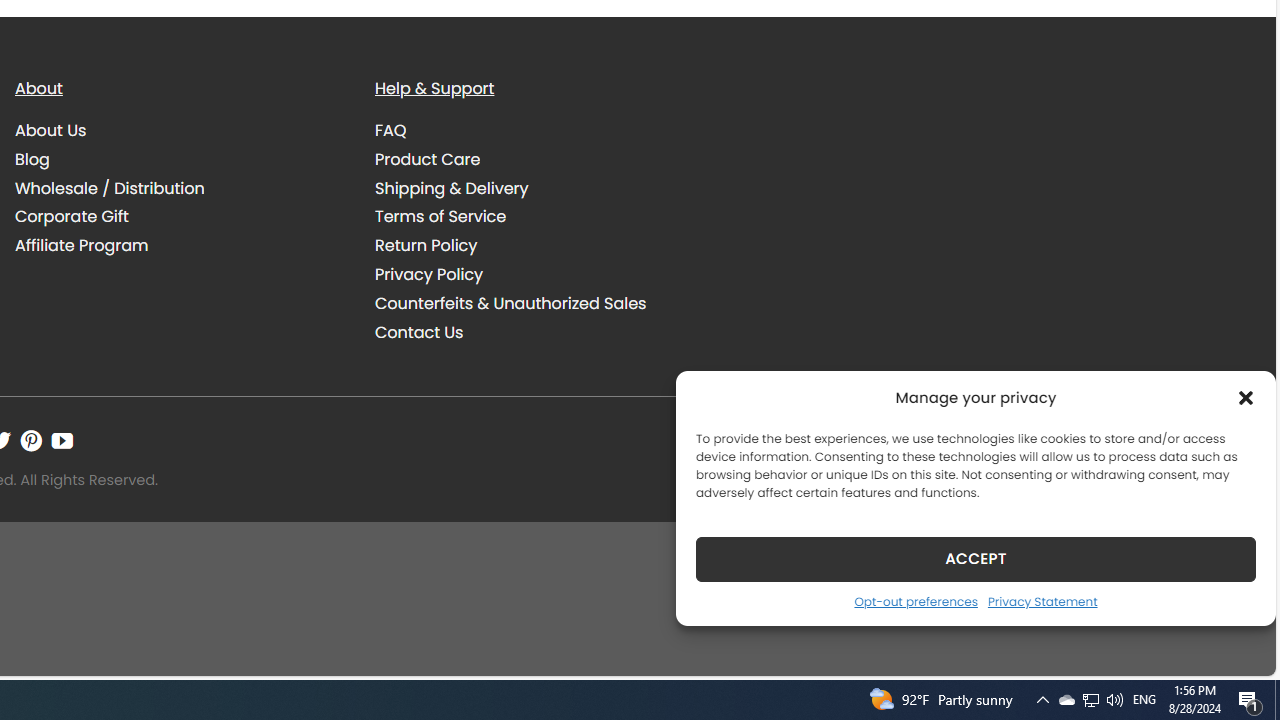 Image resolution: width=1280 pixels, height=720 pixels. What do you see at coordinates (540, 245) in the screenshot?
I see `'Return Policy'` at bounding box center [540, 245].